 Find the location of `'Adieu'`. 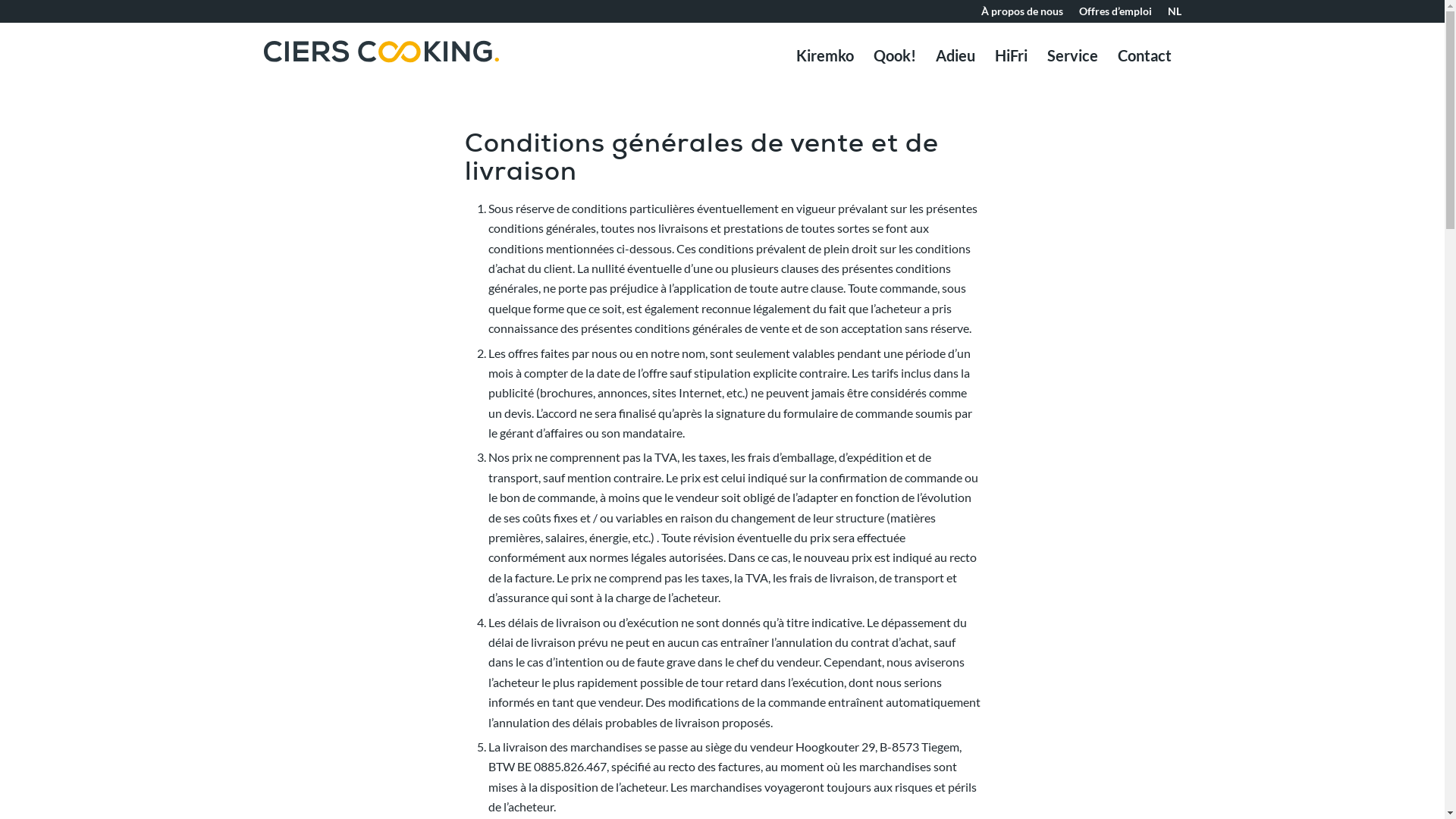

'Adieu' is located at coordinates (924, 55).